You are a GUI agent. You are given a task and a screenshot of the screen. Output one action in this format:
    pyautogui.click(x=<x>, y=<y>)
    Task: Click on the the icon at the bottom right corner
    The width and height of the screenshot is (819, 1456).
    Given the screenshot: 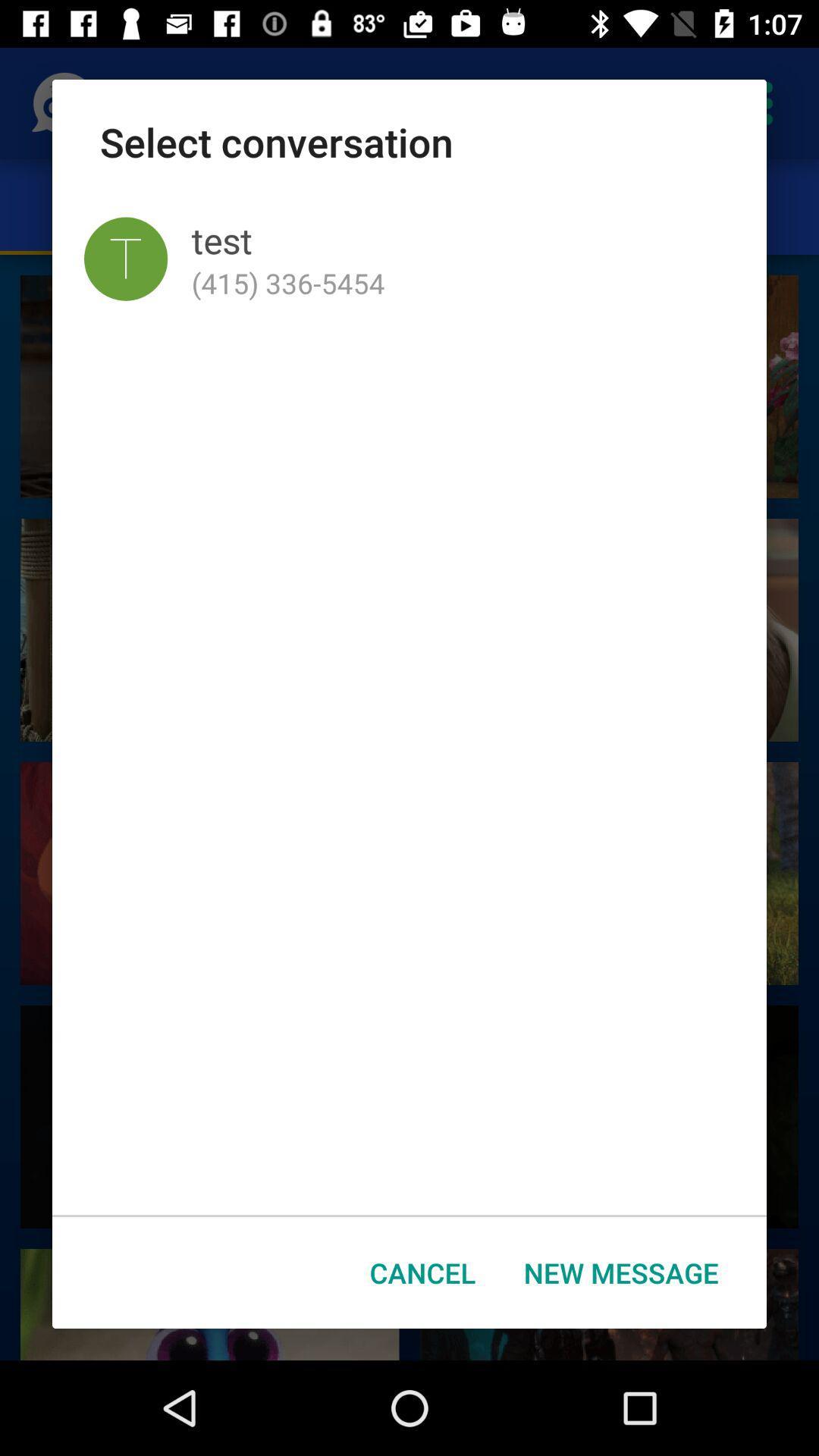 What is the action you would take?
    pyautogui.click(x=621, y=1272)
    